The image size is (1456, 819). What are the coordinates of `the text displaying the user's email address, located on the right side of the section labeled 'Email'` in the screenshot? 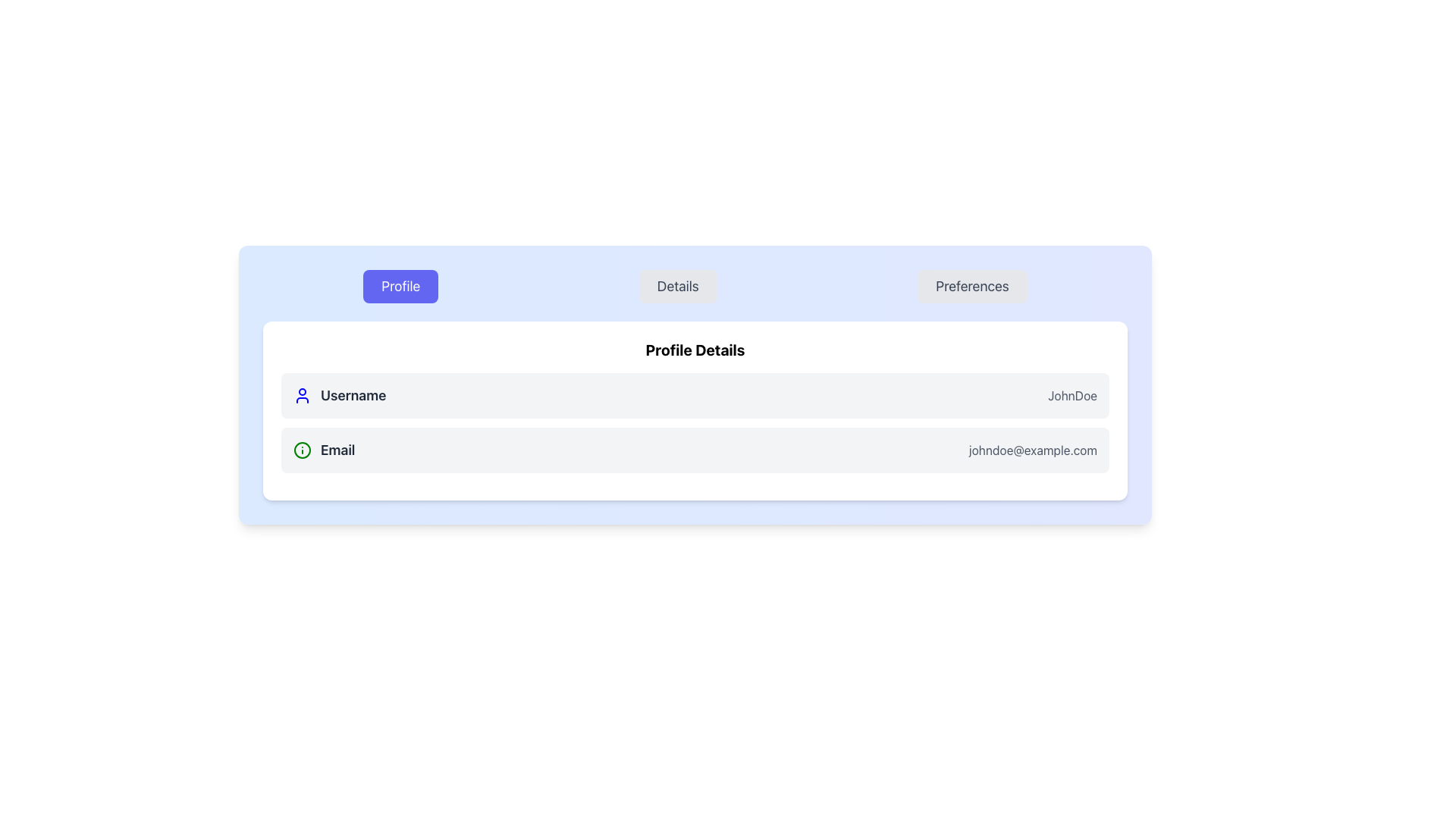 It's located at (1032, 450).